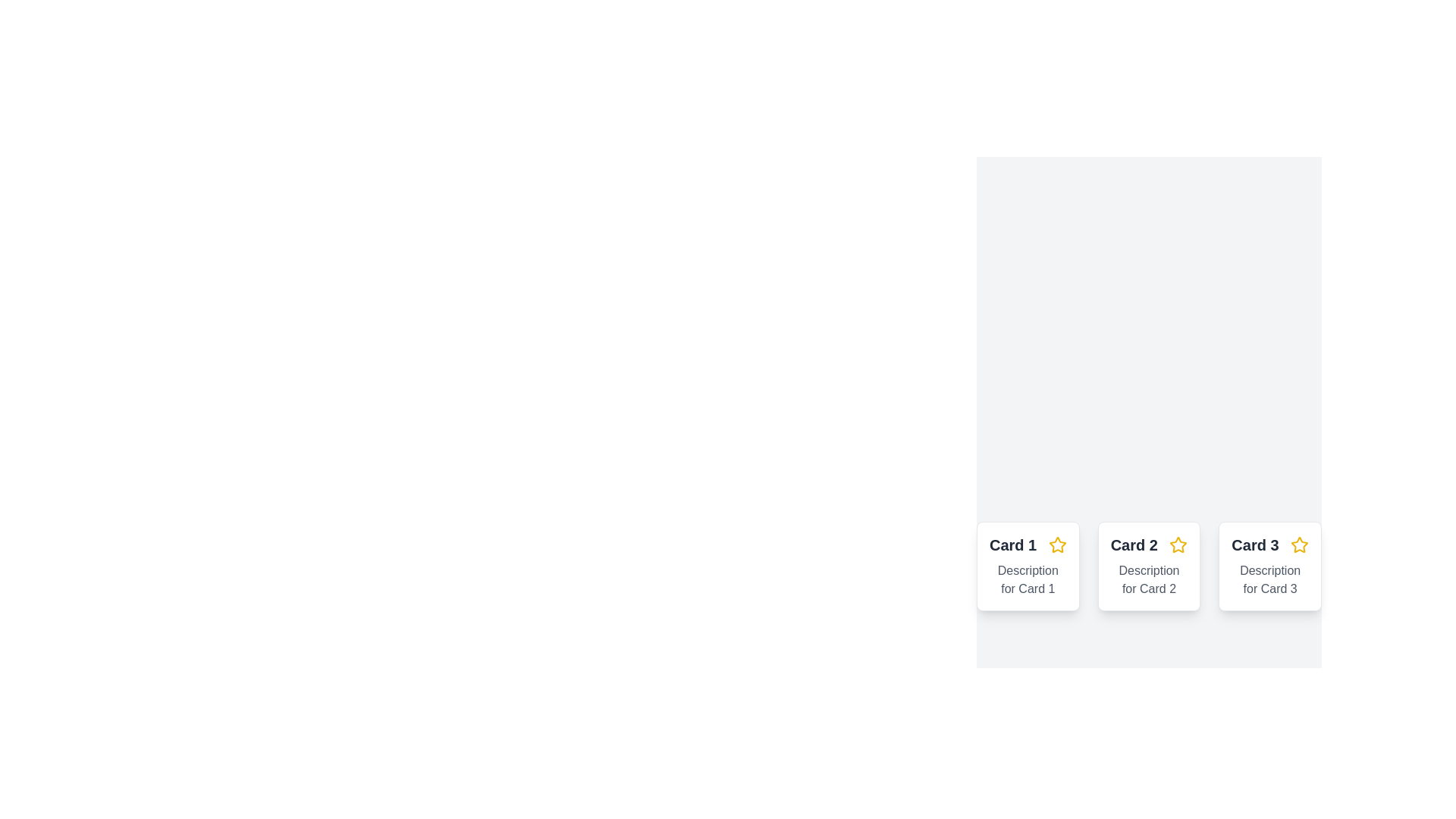 Image resolution: width=1456 pixels, height=819 pixels. Describe the element at coordinates (1178, 544) in the screenshot. I see `the star icon located at the top of the second card from the left` at that location.